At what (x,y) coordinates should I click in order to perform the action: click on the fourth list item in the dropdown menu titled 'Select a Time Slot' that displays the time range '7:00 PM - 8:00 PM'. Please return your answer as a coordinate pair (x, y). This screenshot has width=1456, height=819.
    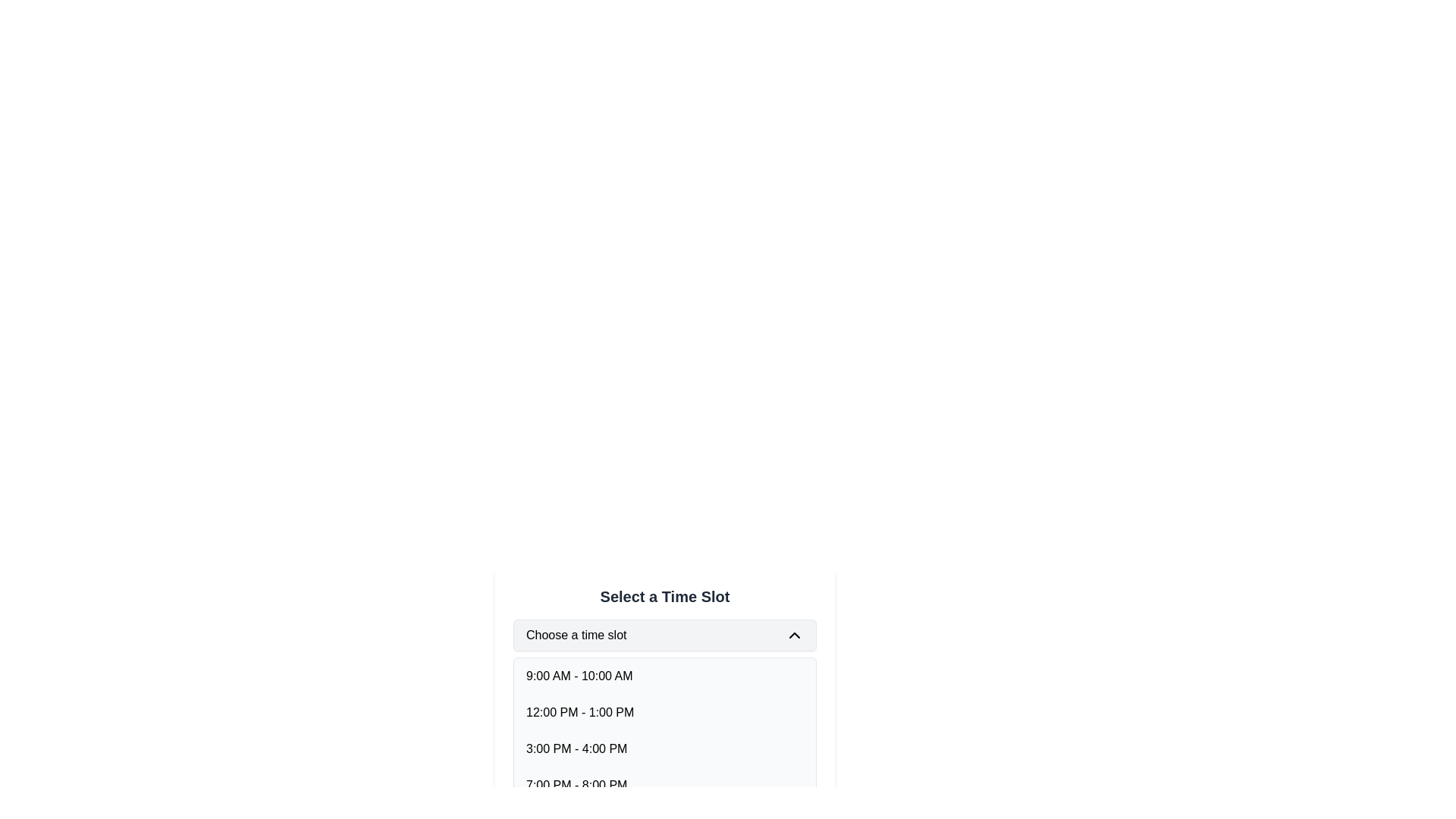
    Looking at the image, I should click on (665, 785).